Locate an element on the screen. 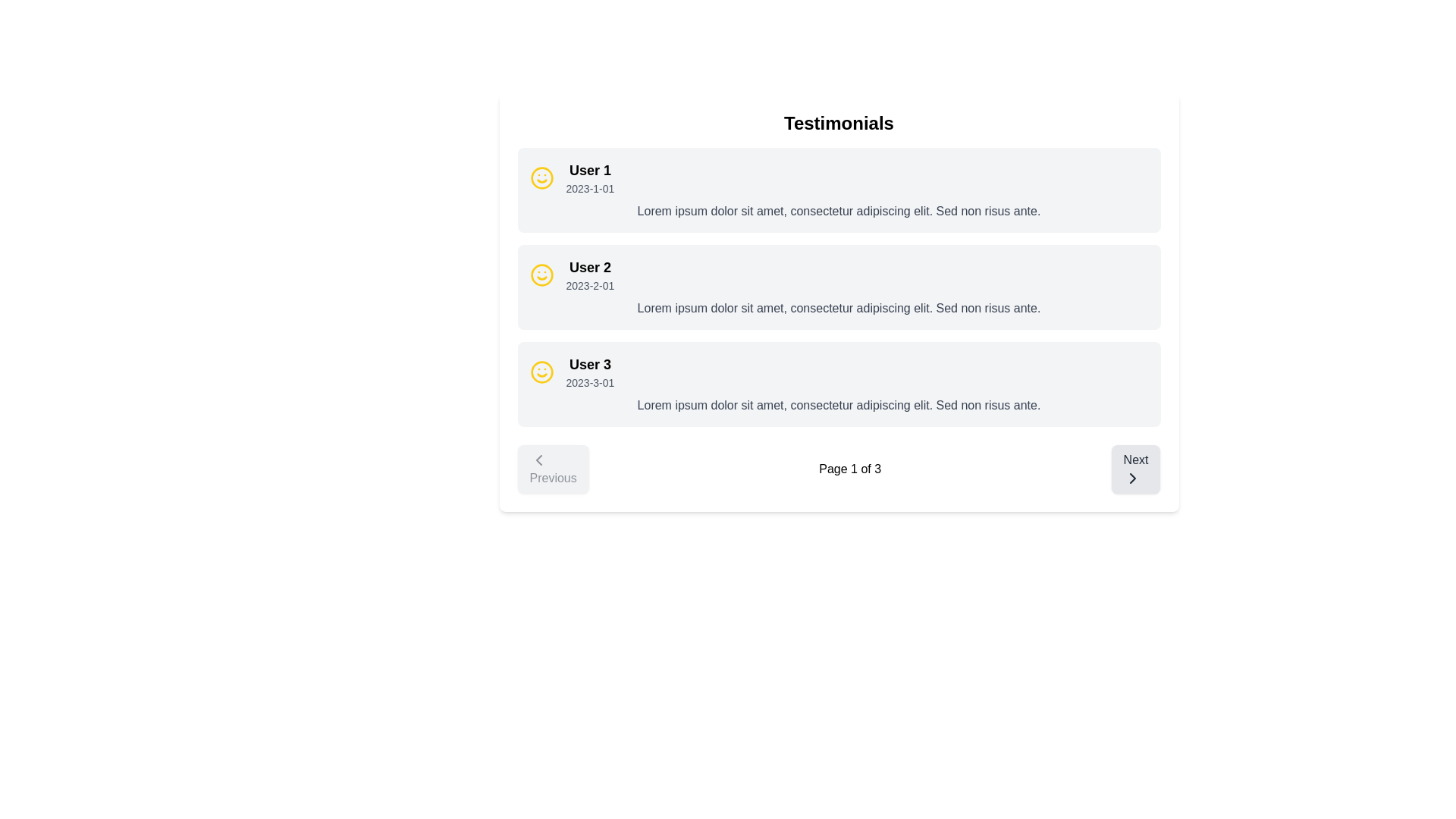 This screenshot has width=1456, height=819. displayed text 'Page 1 of 3' from the central text indicator in the pagination control bar located at the bottom of the testimonials section is located at coordinates (838, 468).